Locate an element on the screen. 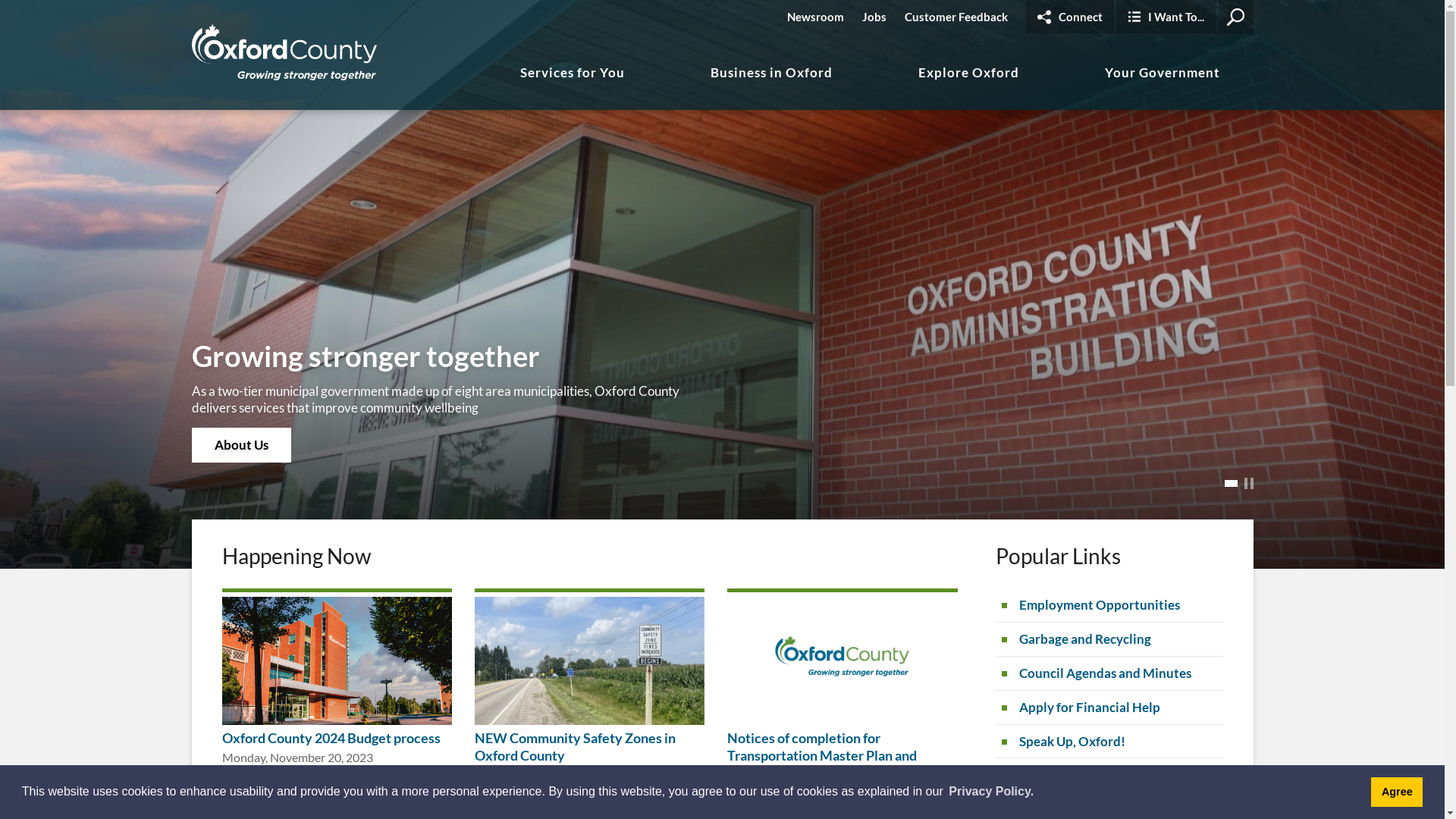 The image size is (1456, 819). 'Privacy Policy.' is located at coordinates (990, 791).